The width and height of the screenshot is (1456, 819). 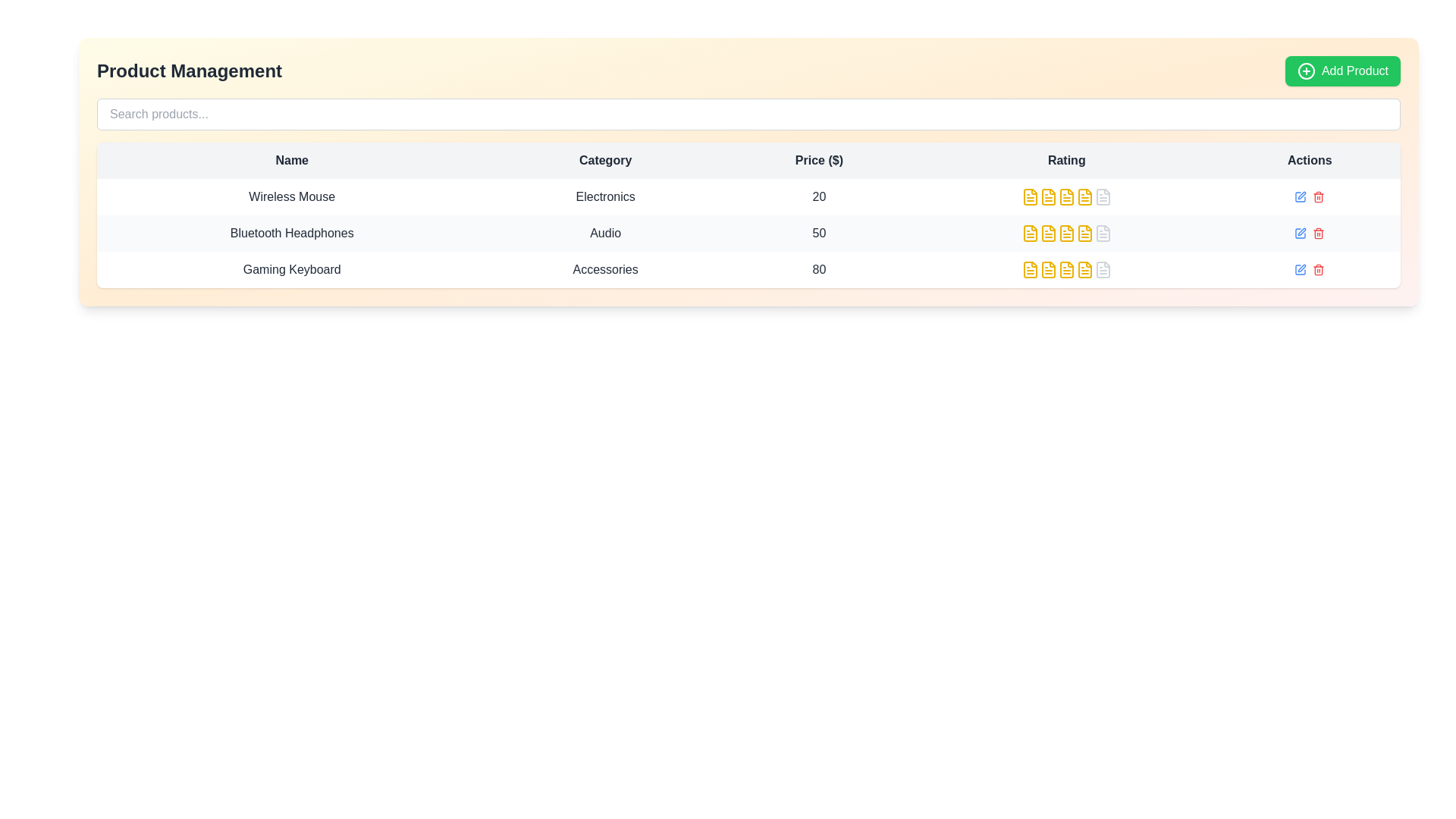 I want to click on the edit button icon located in the rightmost column of the third row under the 'Actions' heading in the table, so click(x=1301, y=268).